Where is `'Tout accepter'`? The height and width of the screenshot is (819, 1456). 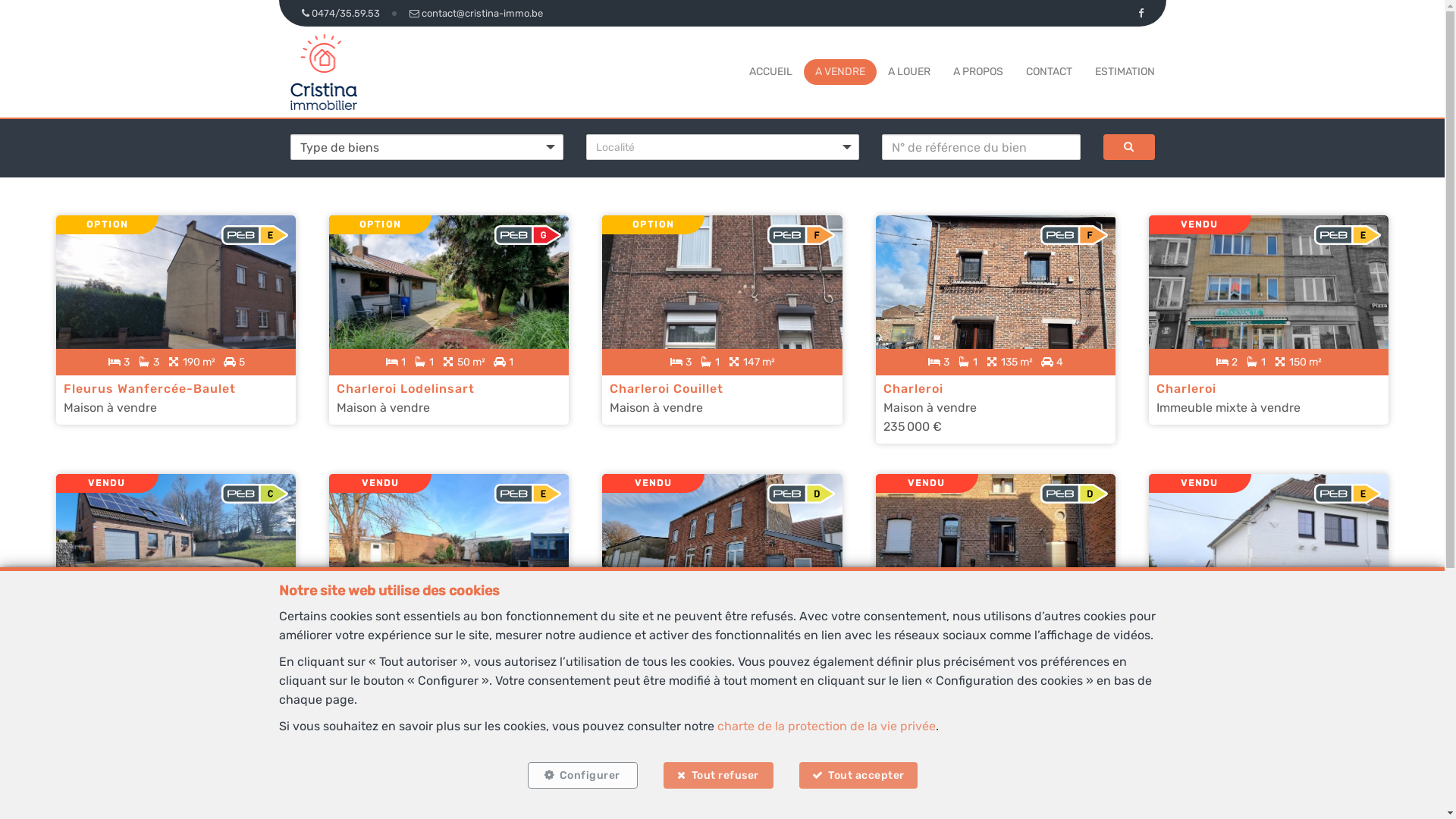 'Tout accepter' is located at coordinates (858, 775).